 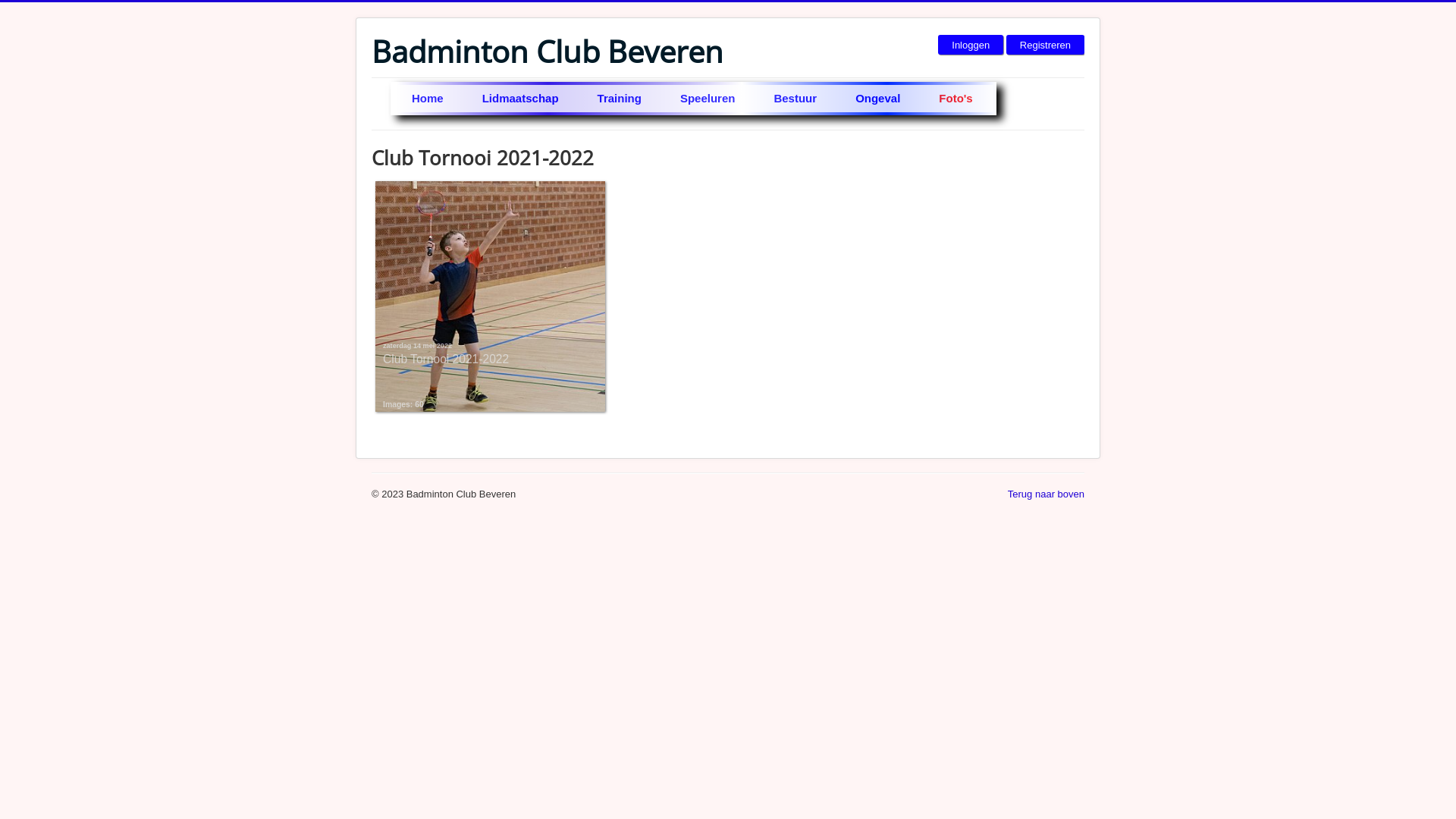 What do you see at coordinates (1045, 494) in the screenshot?
I see `'Terug naar boven'` at bounding box center [1045, 494].